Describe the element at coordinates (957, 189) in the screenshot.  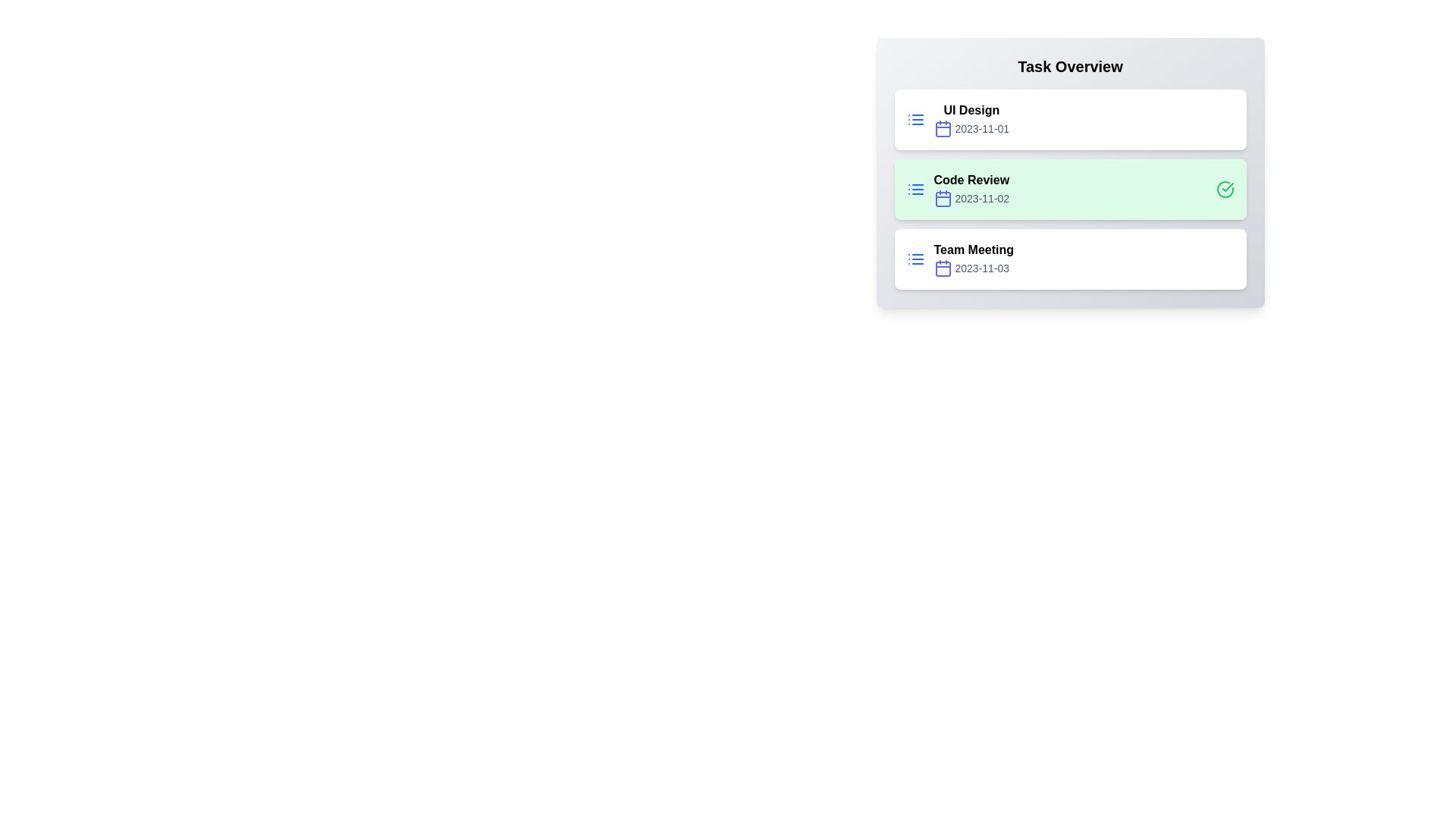
I see `the task Code Review to edit its details` at that location.